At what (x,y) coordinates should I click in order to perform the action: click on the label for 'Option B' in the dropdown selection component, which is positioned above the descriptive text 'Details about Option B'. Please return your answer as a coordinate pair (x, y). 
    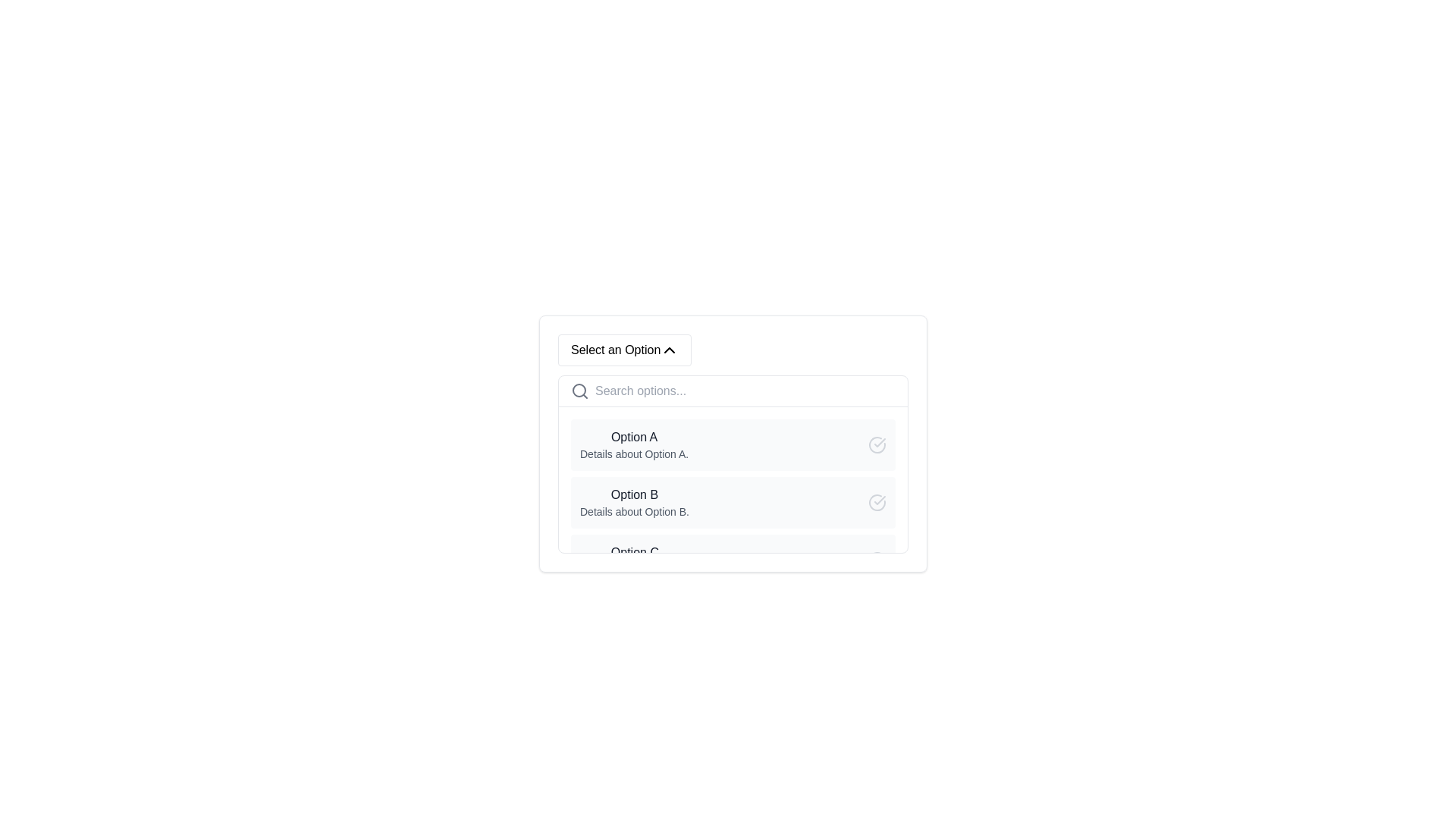
    Looking at the image, I should click on (634, 494).